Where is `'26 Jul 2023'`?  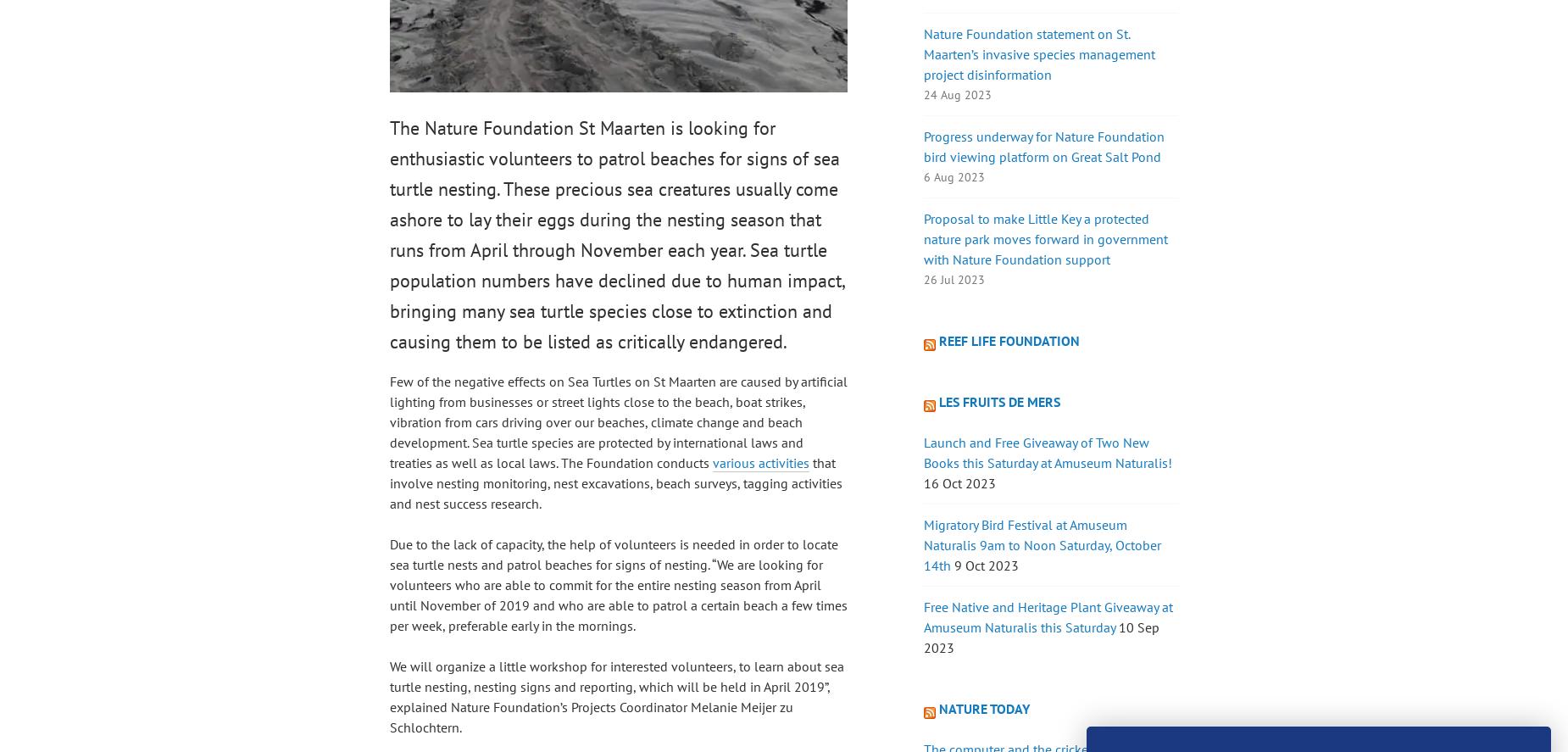
'26 Jul 2023' is located at coordinates (953, 279).